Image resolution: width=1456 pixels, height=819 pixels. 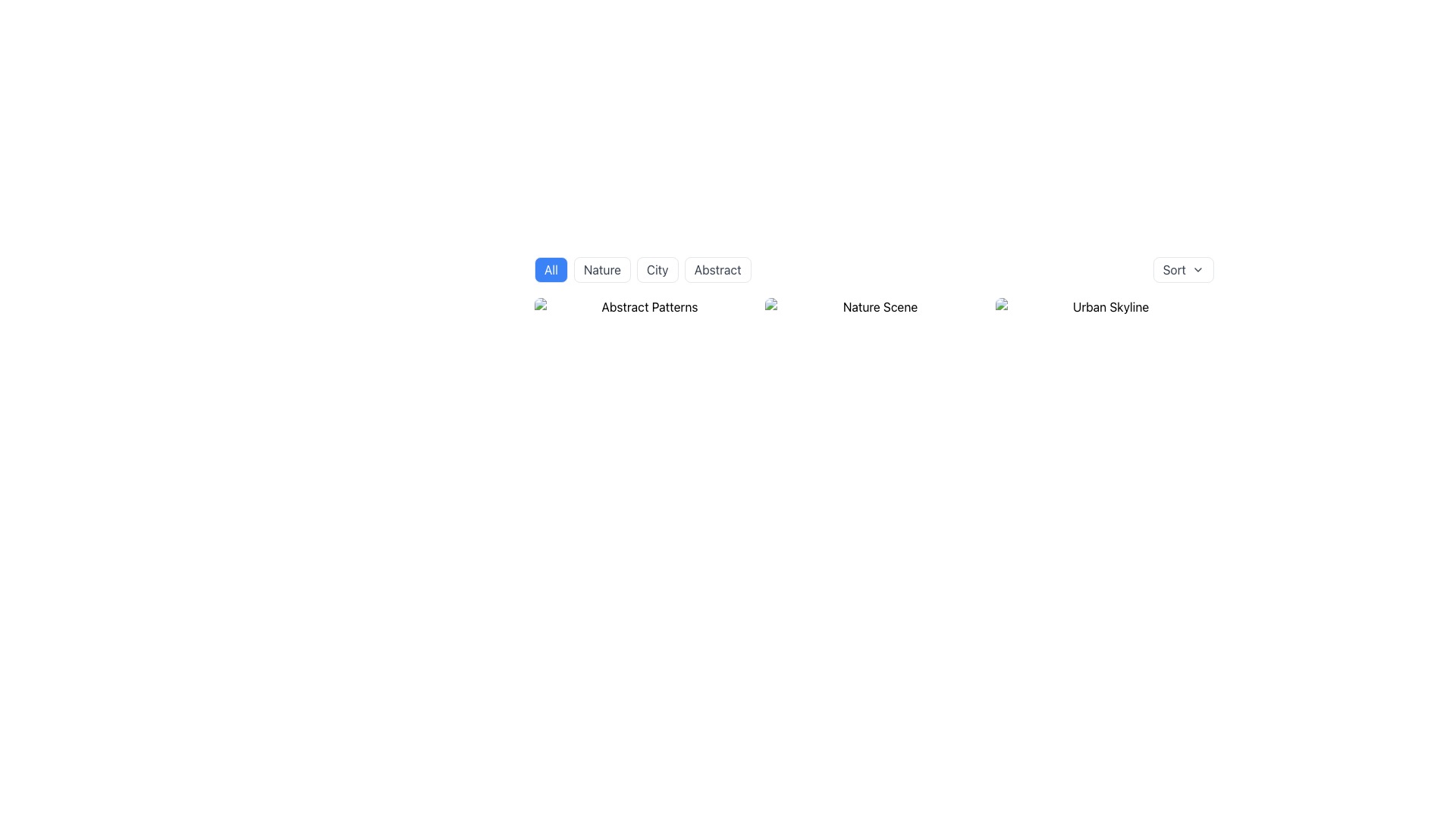 What do you see at coordinates (874, 268) in the screenshot?
I see `the 'Sort' button located on the navigation bar` at bounding box center [874, 268].